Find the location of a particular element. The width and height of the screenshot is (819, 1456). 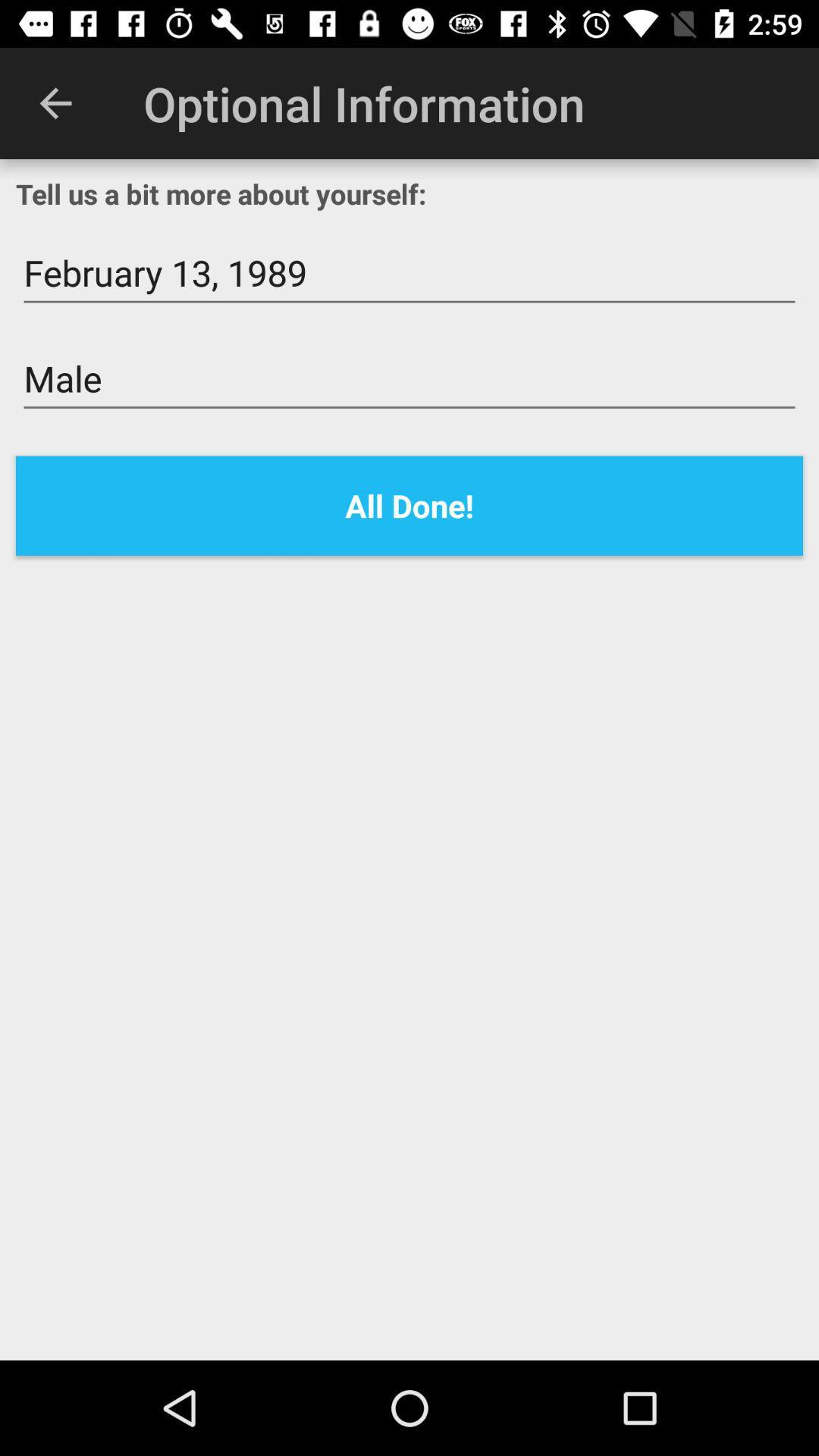

item above the tell us a item is located at coordinates (55, 102).